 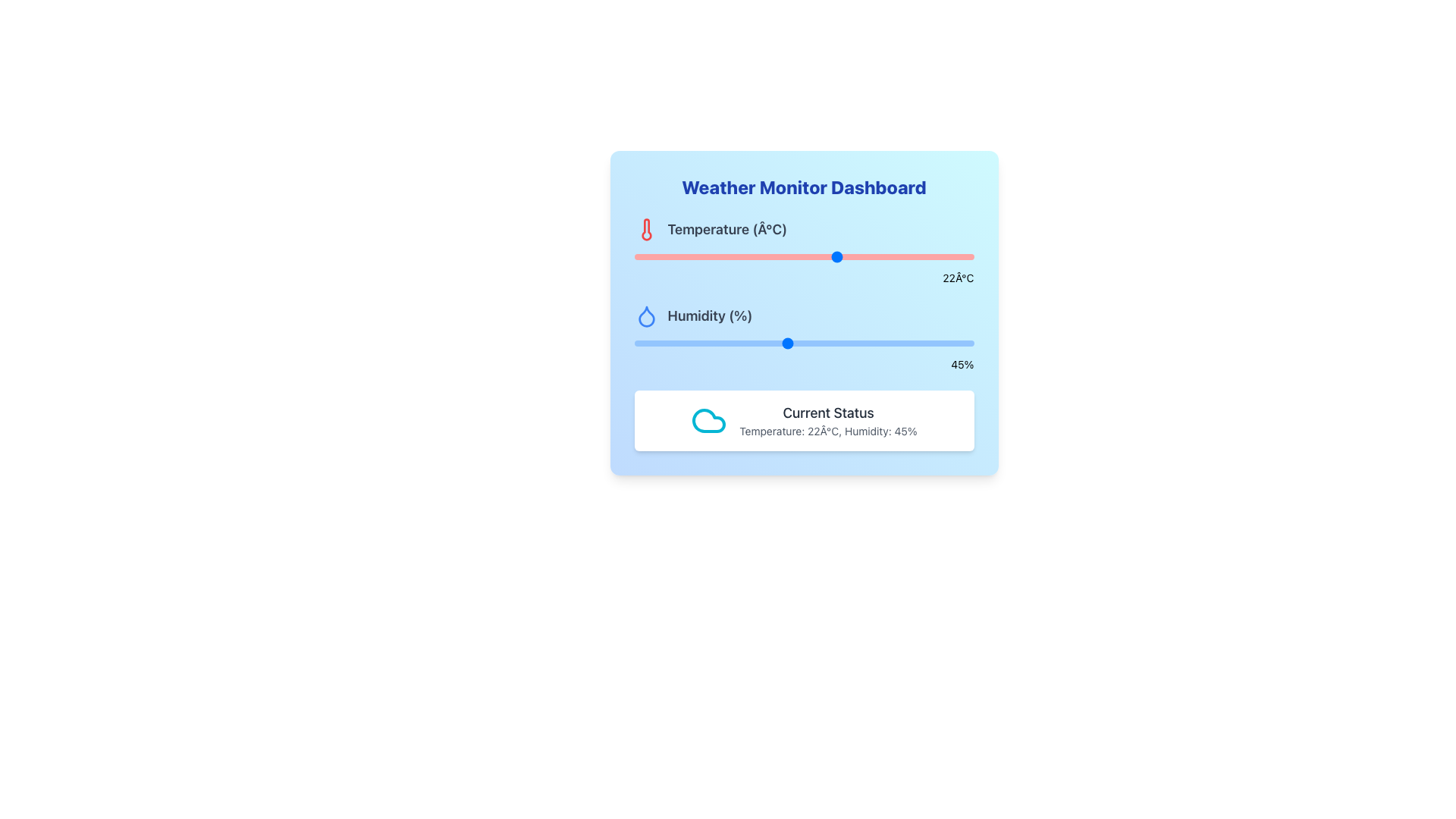 I want to click on the humidity slider, so click(x=753, y=343).